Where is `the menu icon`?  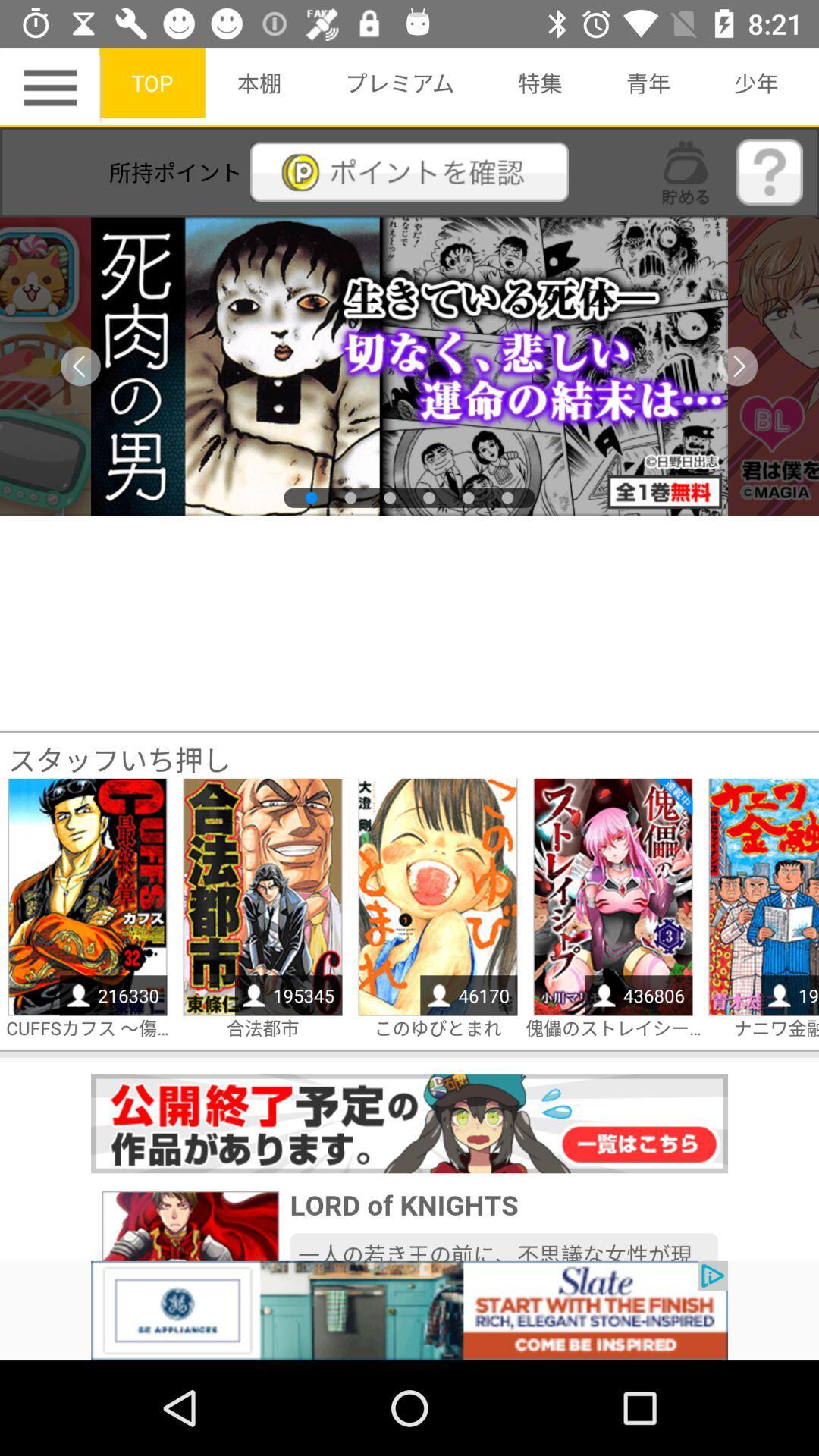 the menu icon is located at coordinates (52, 86).